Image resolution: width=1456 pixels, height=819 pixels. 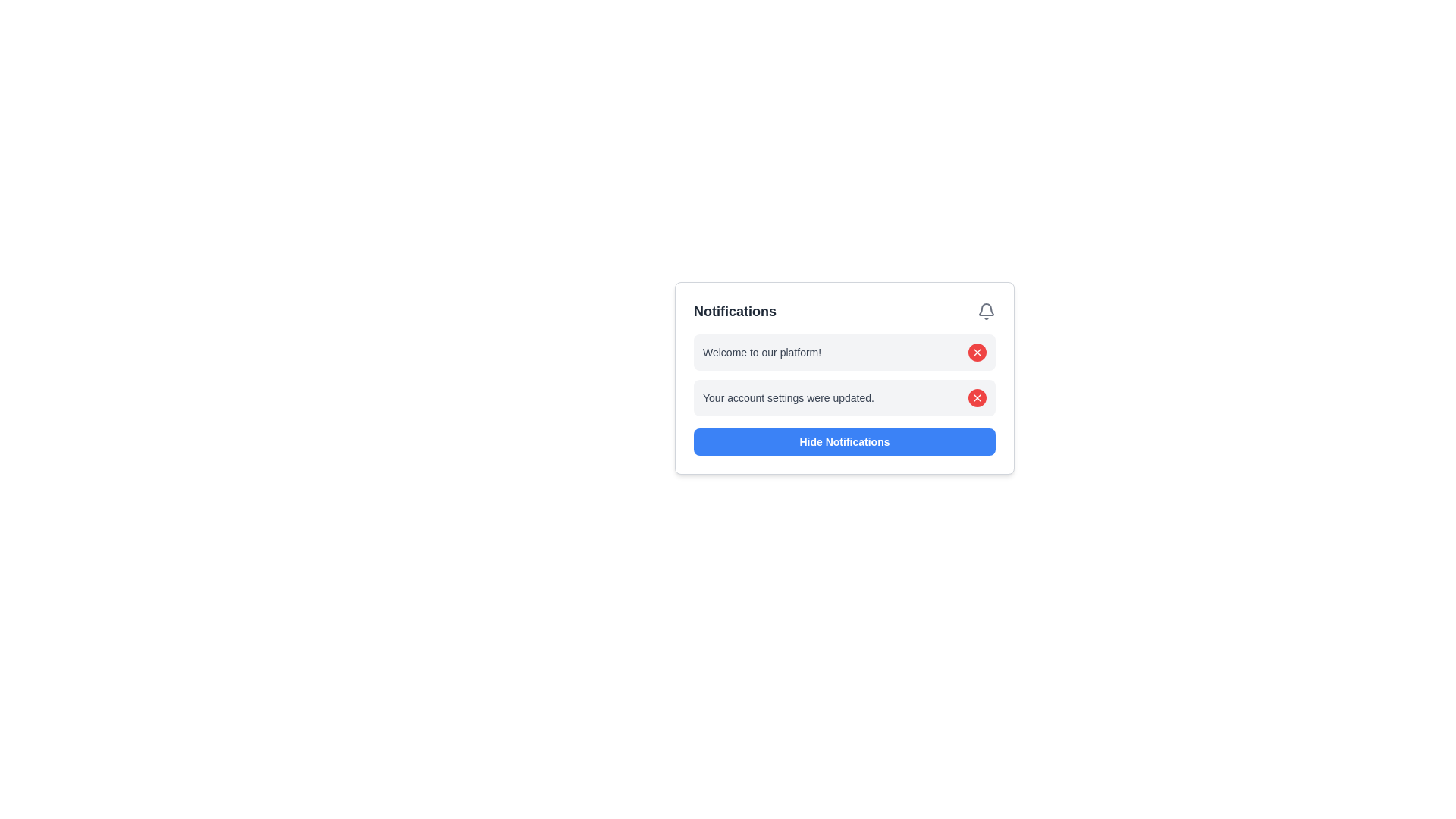 I want to click on the notification indicator icon located in the top-right corner of the notification panel, so click(x=986, y=309).